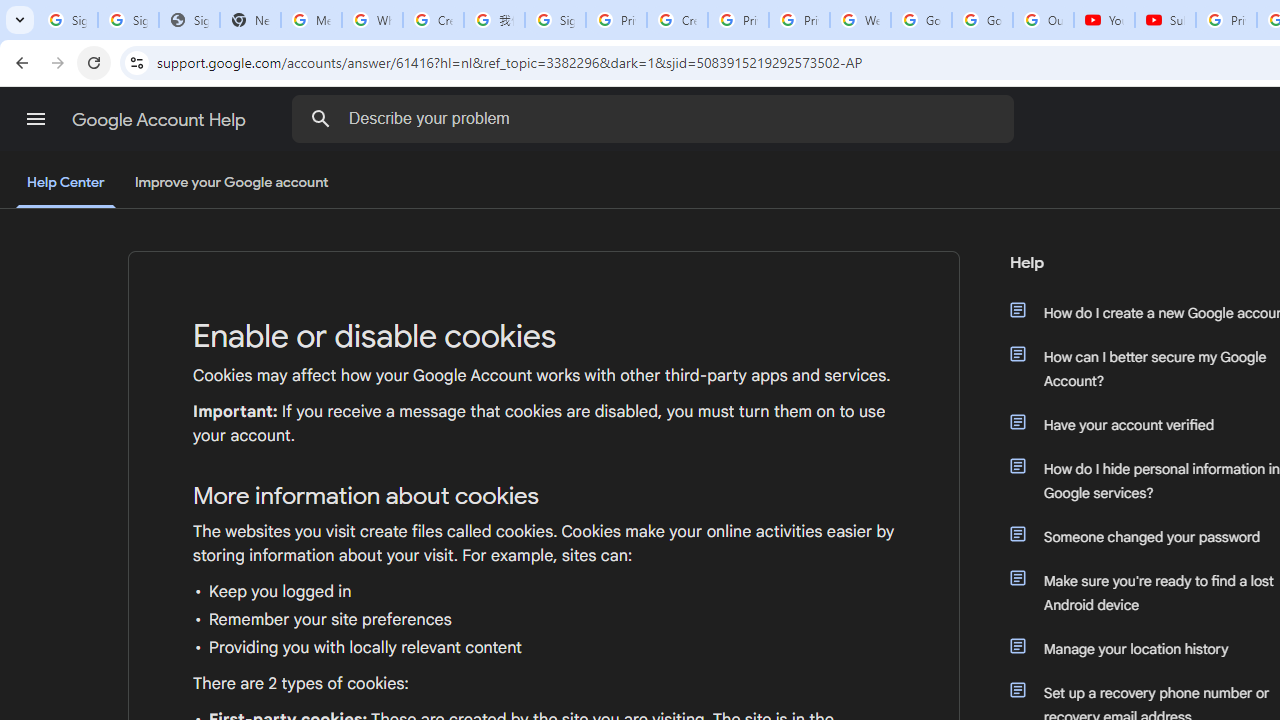 This screenshot has height=720, width=1280. What do you see at coordinates (189, 20) in the screenshot?
I see `'Sign In - USA TODAY'` at bounding box center [189, 20].